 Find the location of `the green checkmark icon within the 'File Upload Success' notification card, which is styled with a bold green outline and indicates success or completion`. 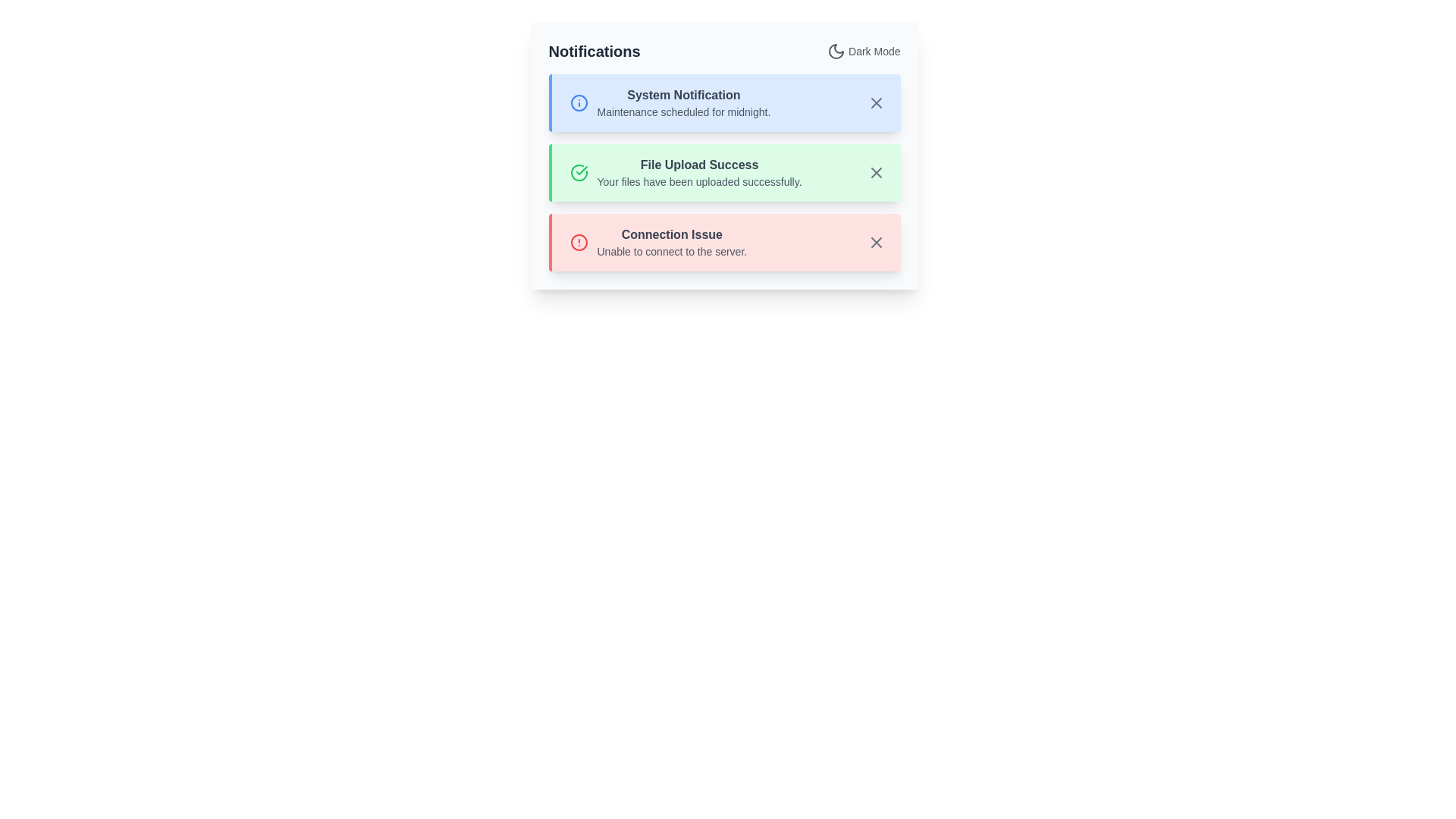

the green checkmark icon within the 'File Upload Success' notification card, which is styled with a bold green outline and indicates success or completion is located at coordinates (581, 170).